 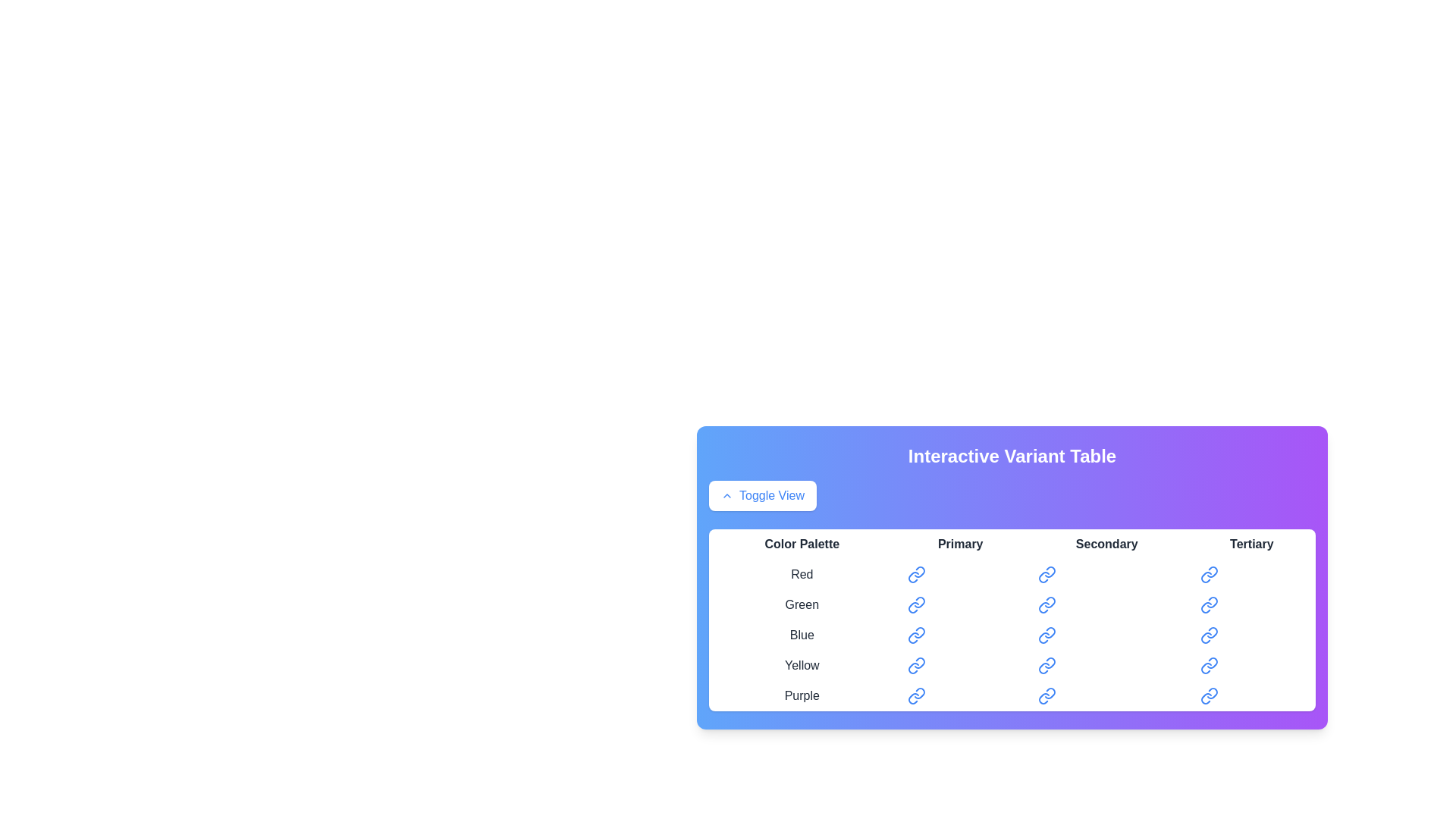 What do you see at coordinates (1211, 632) in the screenshot?
I see `the blue icon segment in the 'Tertiary' column under the 'Blue' row of the Interactive Variant Table` at bounding box center [1211, 632].